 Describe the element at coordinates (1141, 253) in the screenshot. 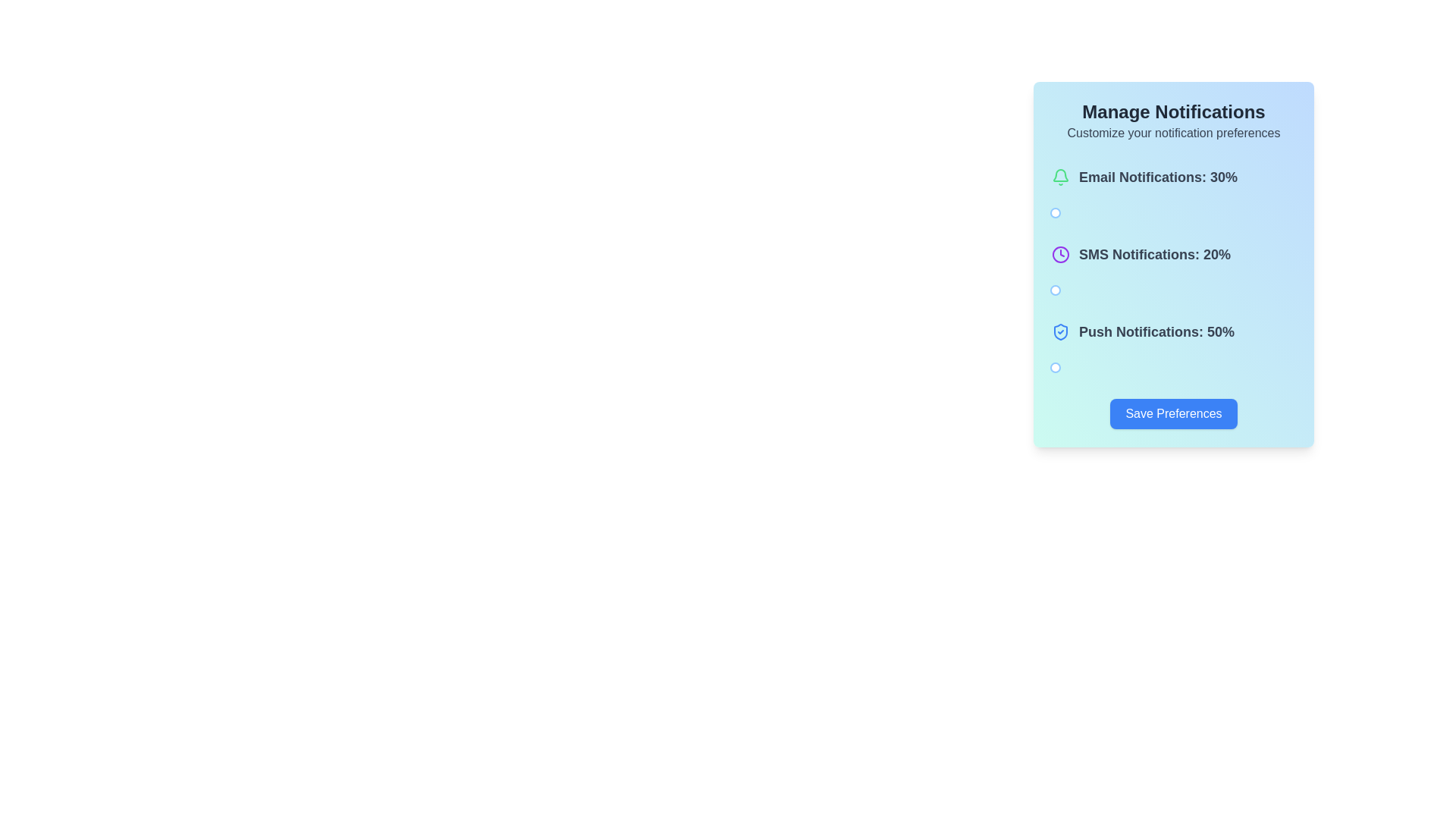

I see `displayed percentage and text information from the informative label showing 'SMS Notifications: 20%' with a clock icon, located in the 'Manage Notifications' section` at that location.